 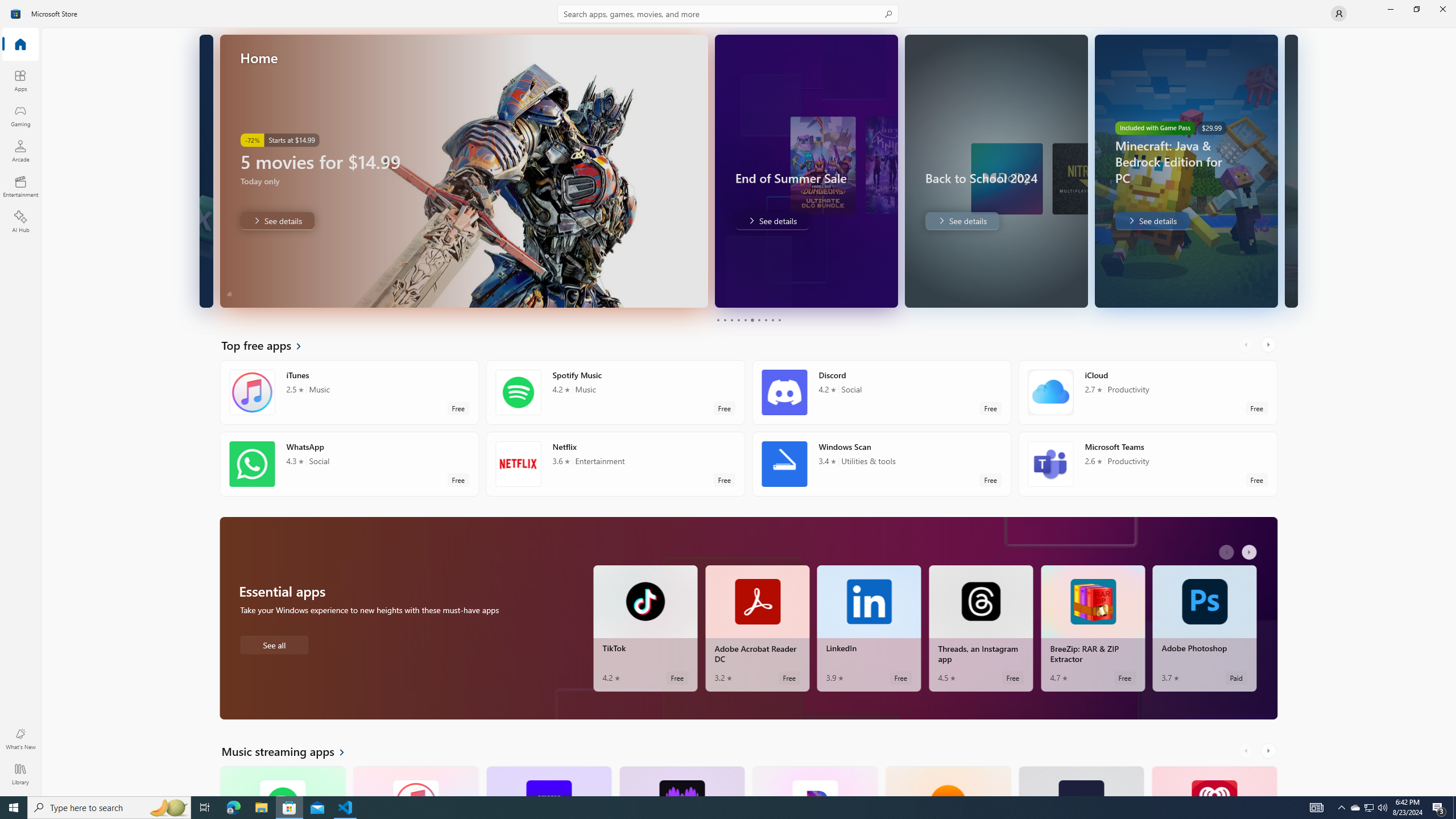 I want to click on 'What', so click(x=19, y=738).